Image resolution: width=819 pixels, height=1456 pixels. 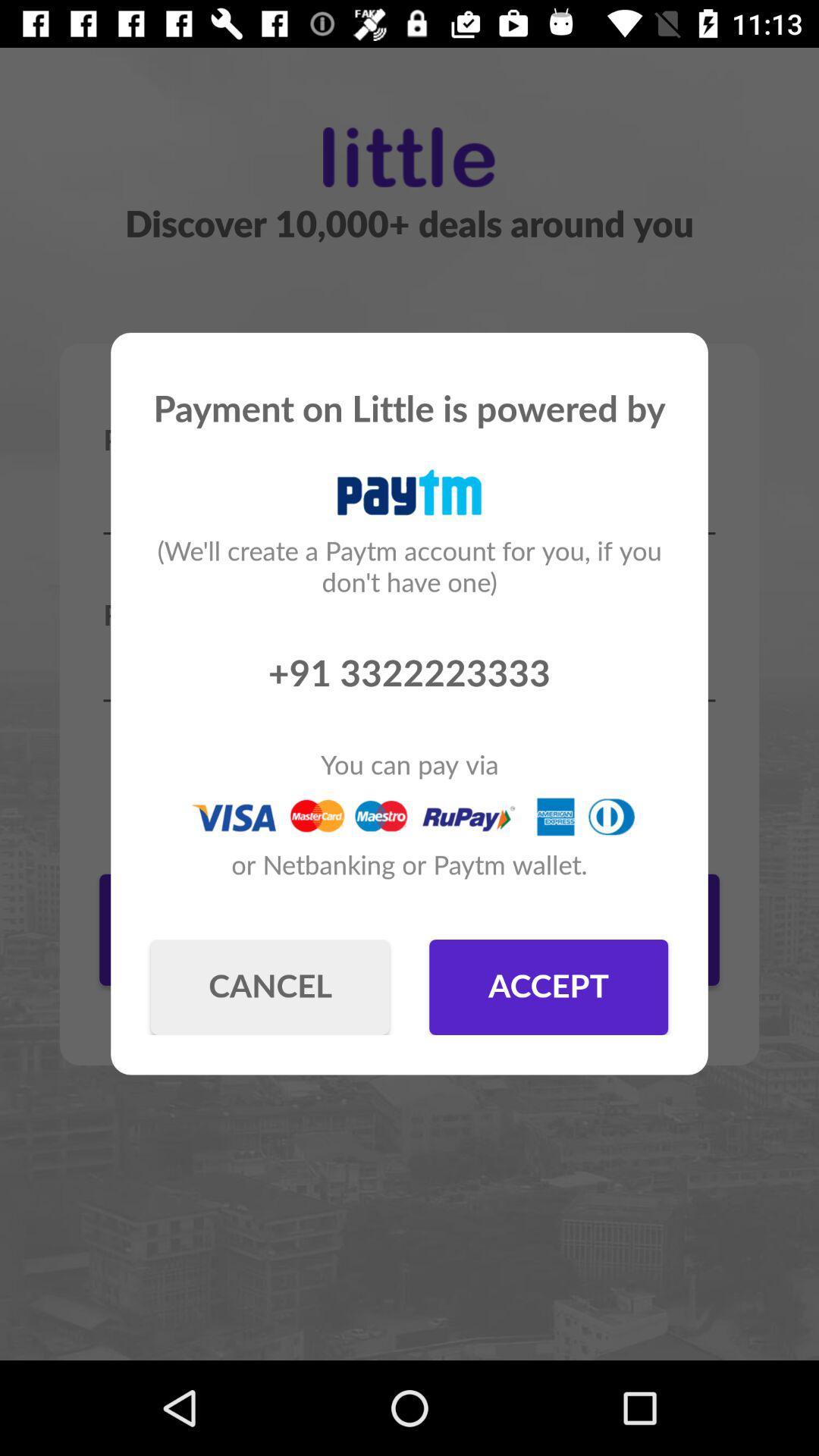 What do you see at coordinates (548, 987) in the screenshot?
I see `app below the or netbanking or app` at bounding box center [548, 987].